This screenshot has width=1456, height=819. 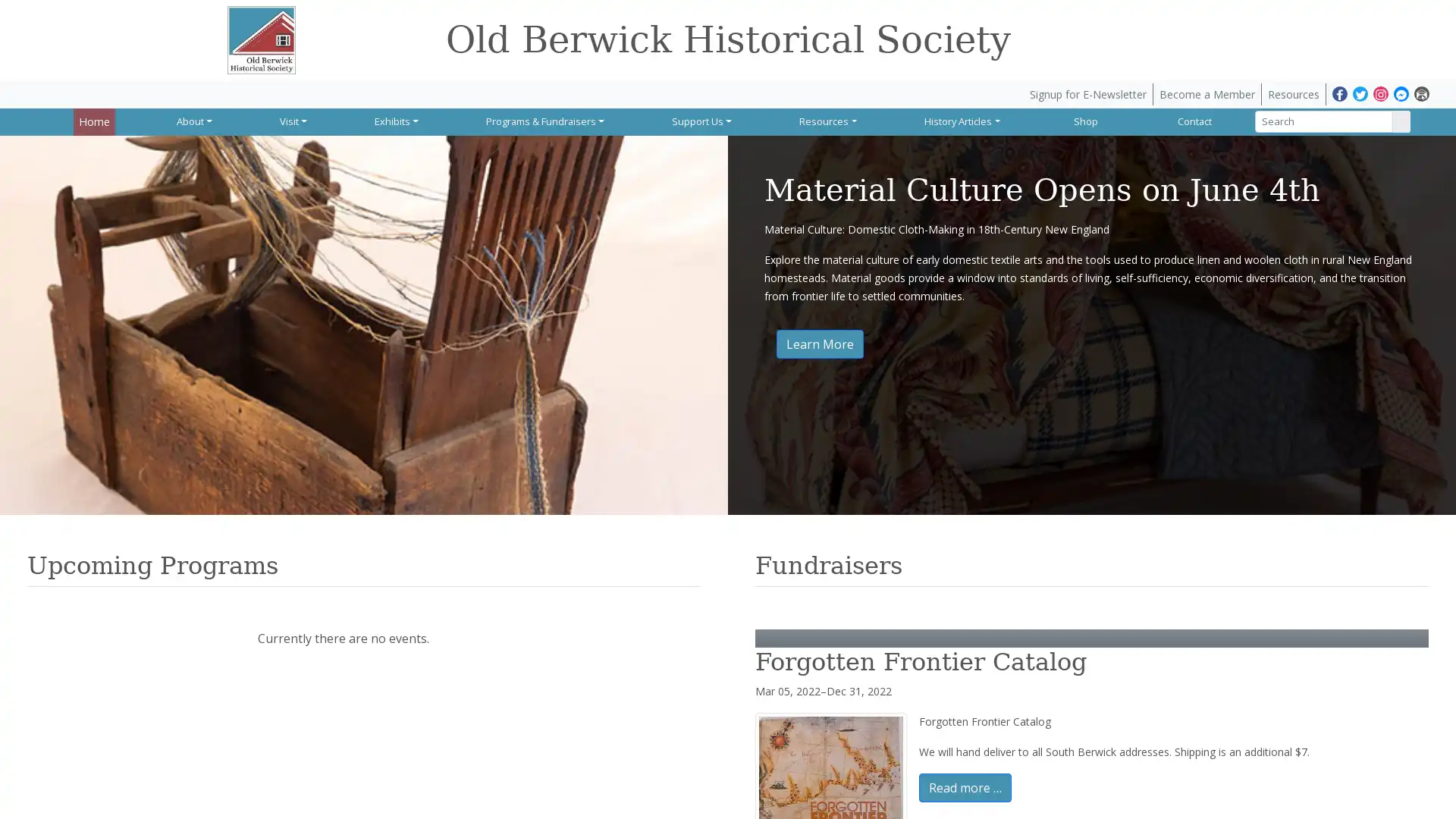 I want to click on Support Us, so click(x=698, y=120).